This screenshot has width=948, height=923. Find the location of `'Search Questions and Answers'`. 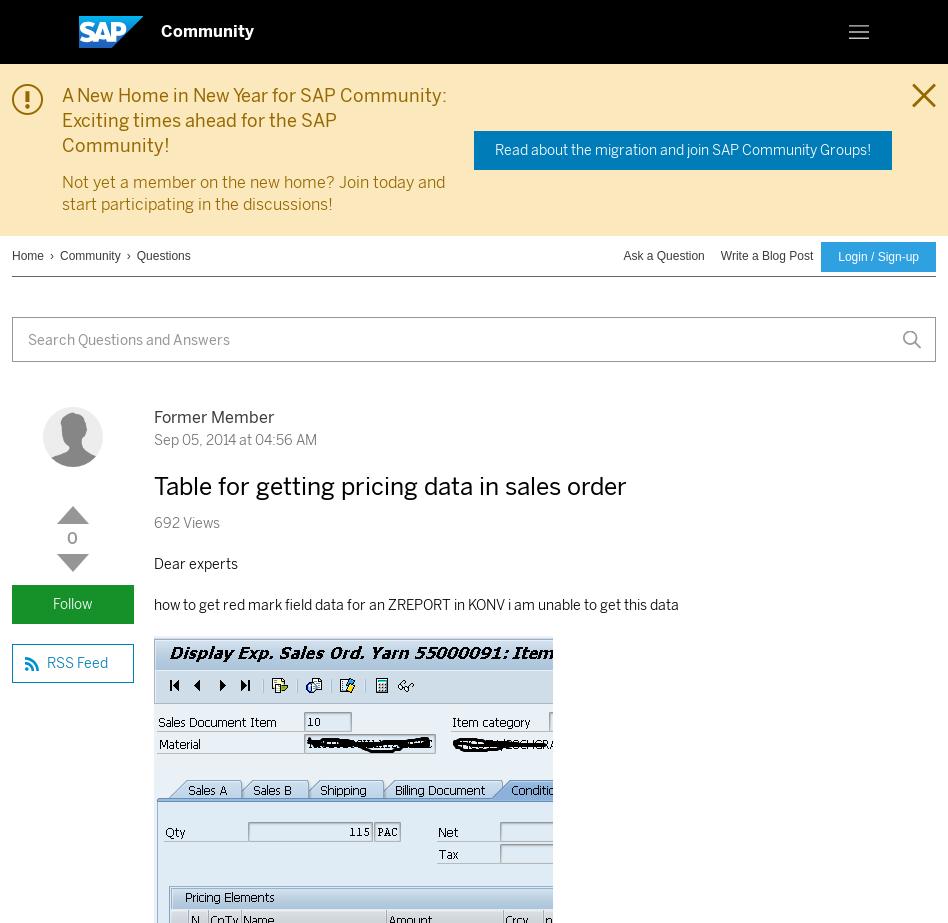

'Search Questions and Answers' is located at coordinates (128, 339).